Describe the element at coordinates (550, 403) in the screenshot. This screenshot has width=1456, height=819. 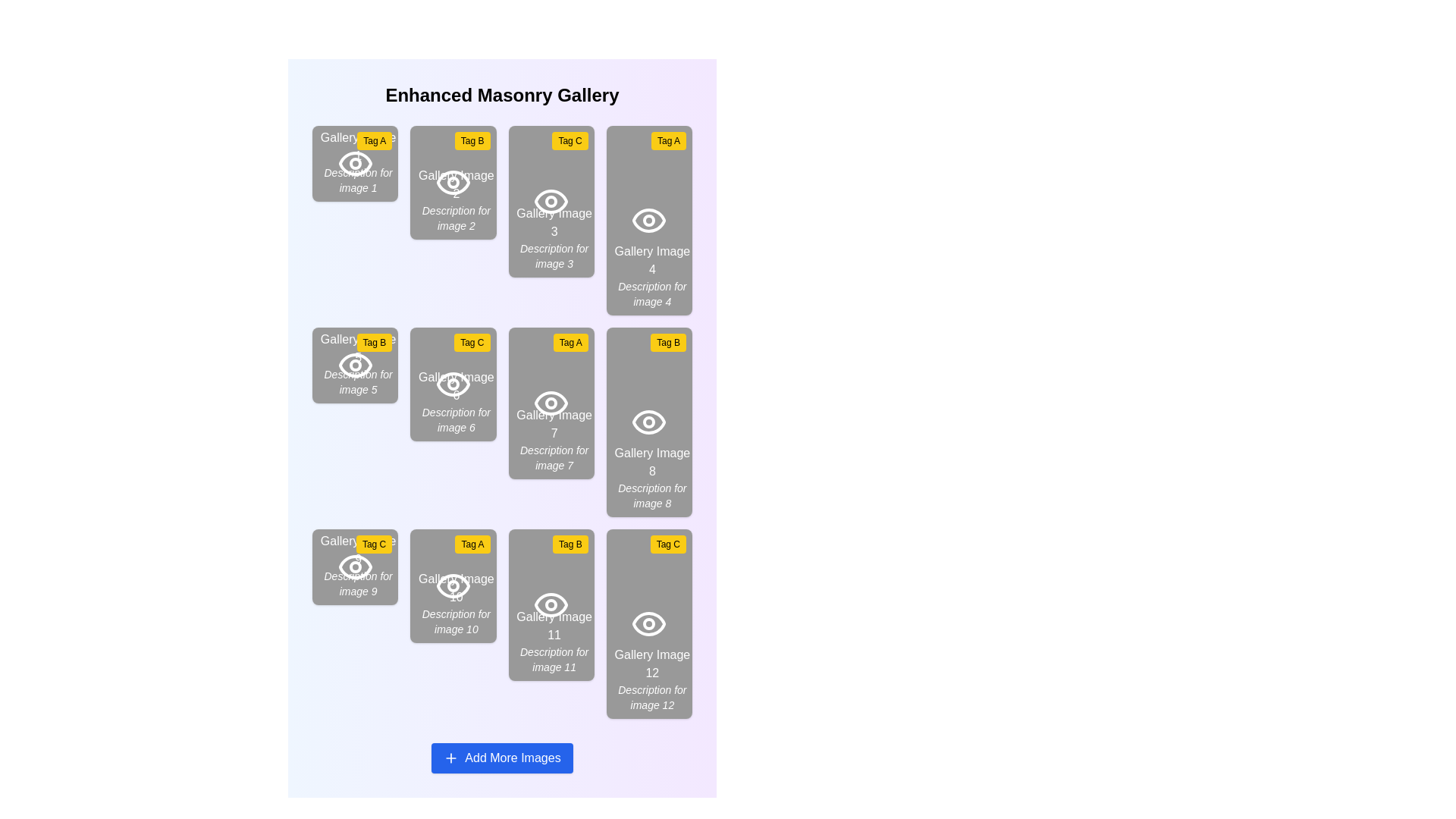
I see `the eye icon in the middle of the card labeled 'Gallery Image 7'` at that location.